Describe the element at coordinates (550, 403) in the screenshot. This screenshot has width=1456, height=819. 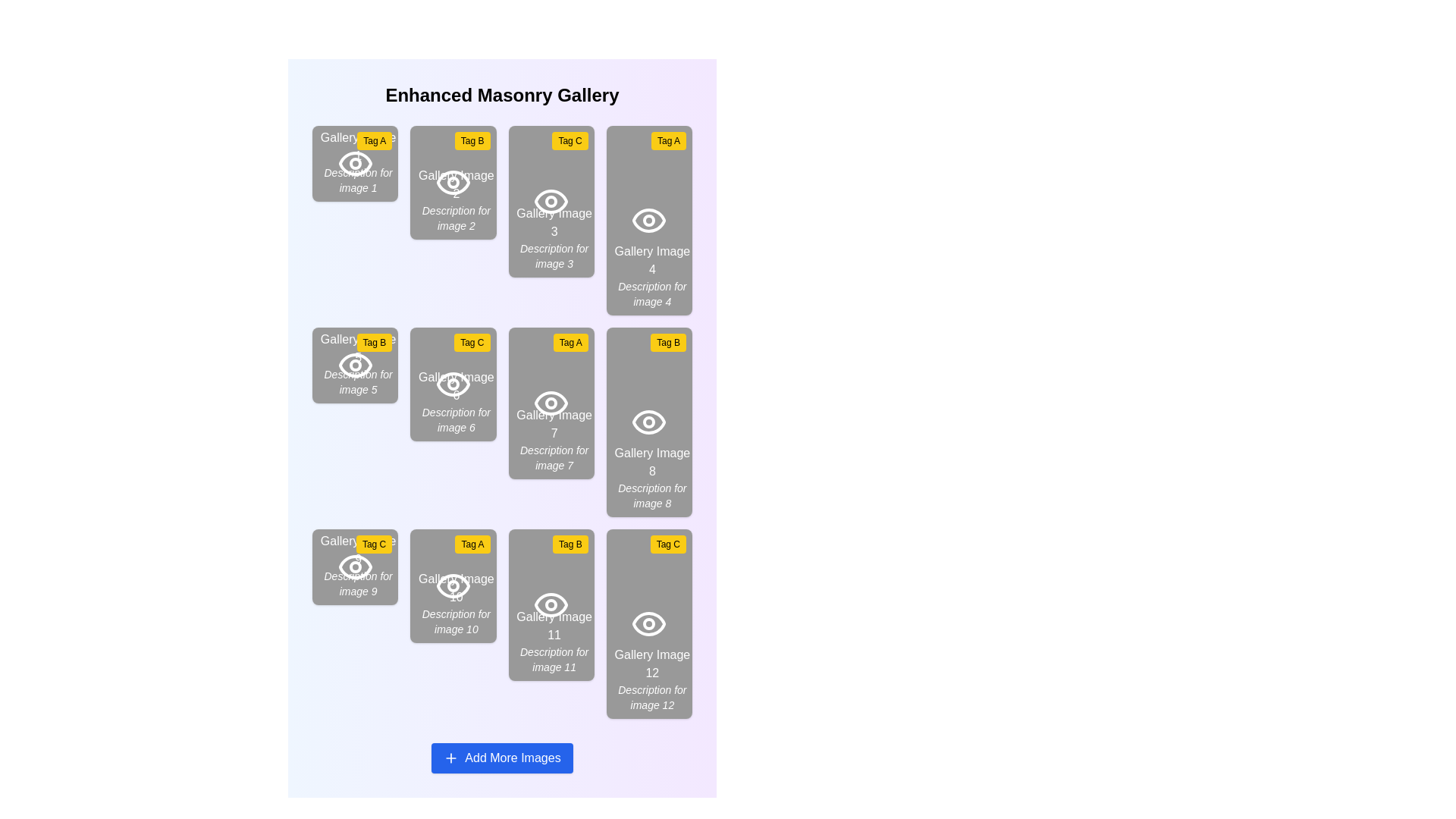
I see `the eye icon in the middle of the card labeled 'Gallery Image 7'` at that location.